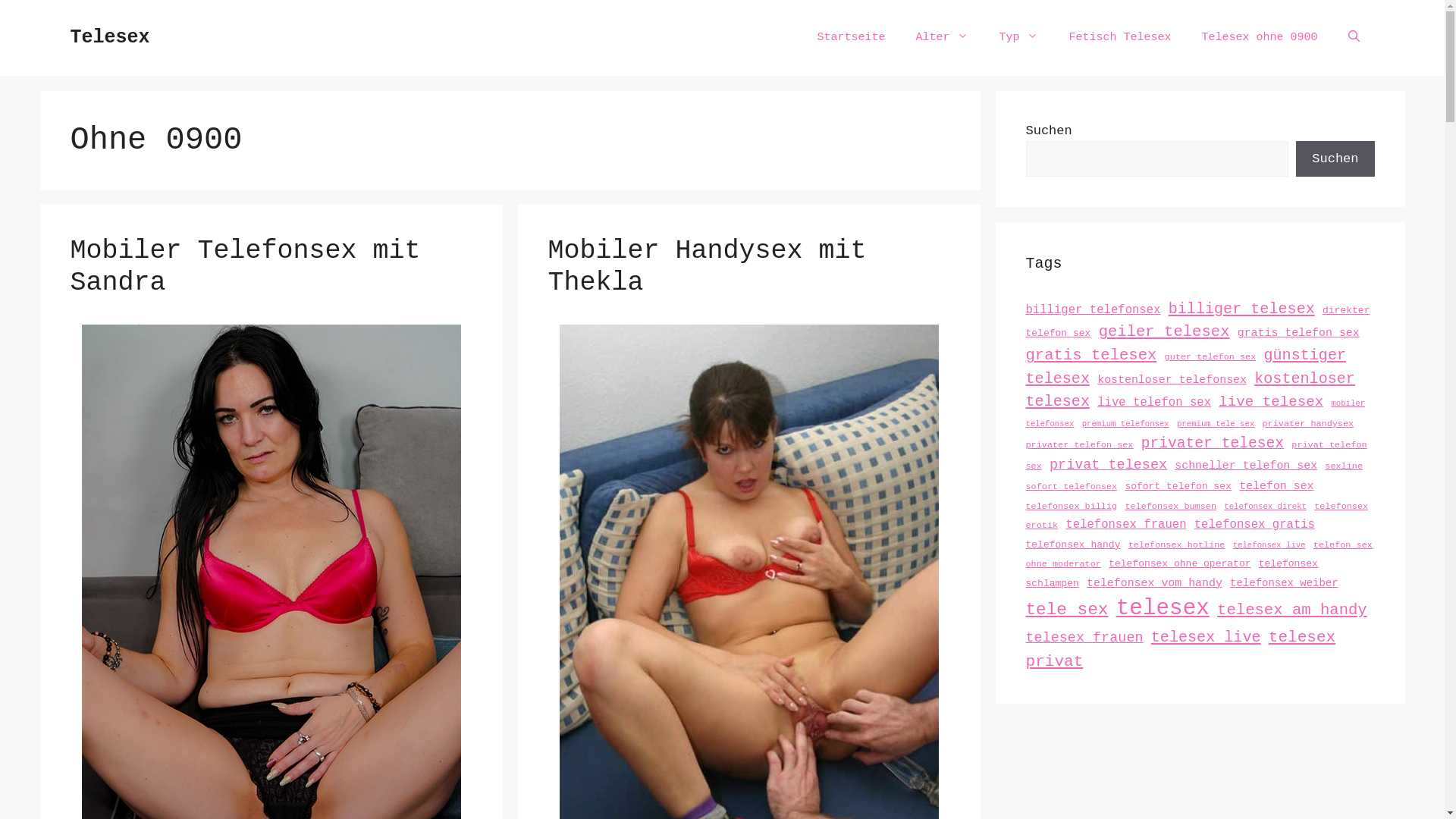  What do you see at coordinates (1170, 573) in the screenshot?
I see `'telefonsex schlampen'` at bounding box center [1170, 573].